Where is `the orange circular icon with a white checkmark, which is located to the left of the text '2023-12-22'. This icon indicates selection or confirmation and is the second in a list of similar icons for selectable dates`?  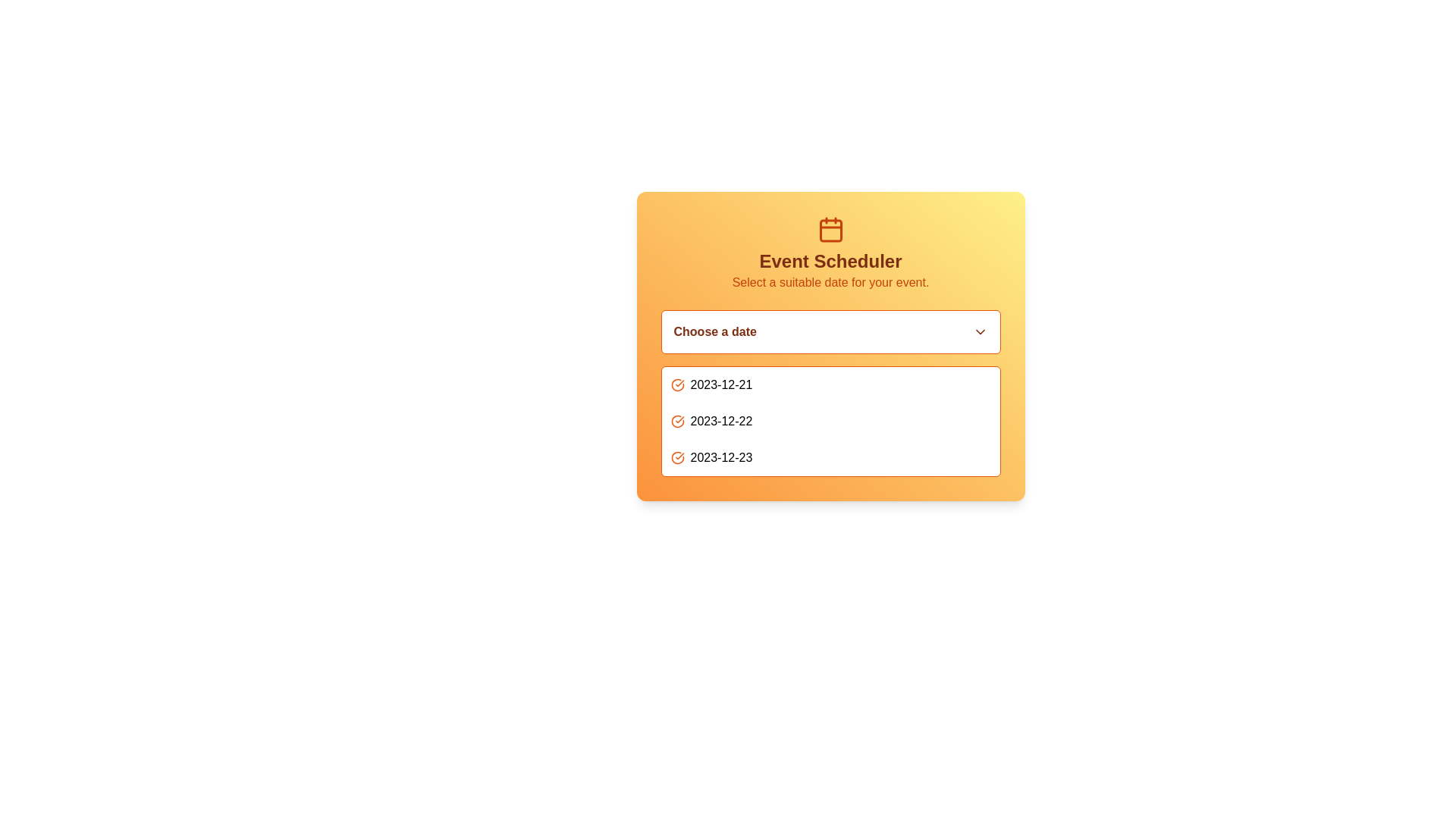
the orange circular icon with a white checkmark, which is located to the left of the text '2023-12-22'. This icon indicates selection or confirmation and is the second in a list of similar icons for selectable dates is located at coordinates (676, 421).